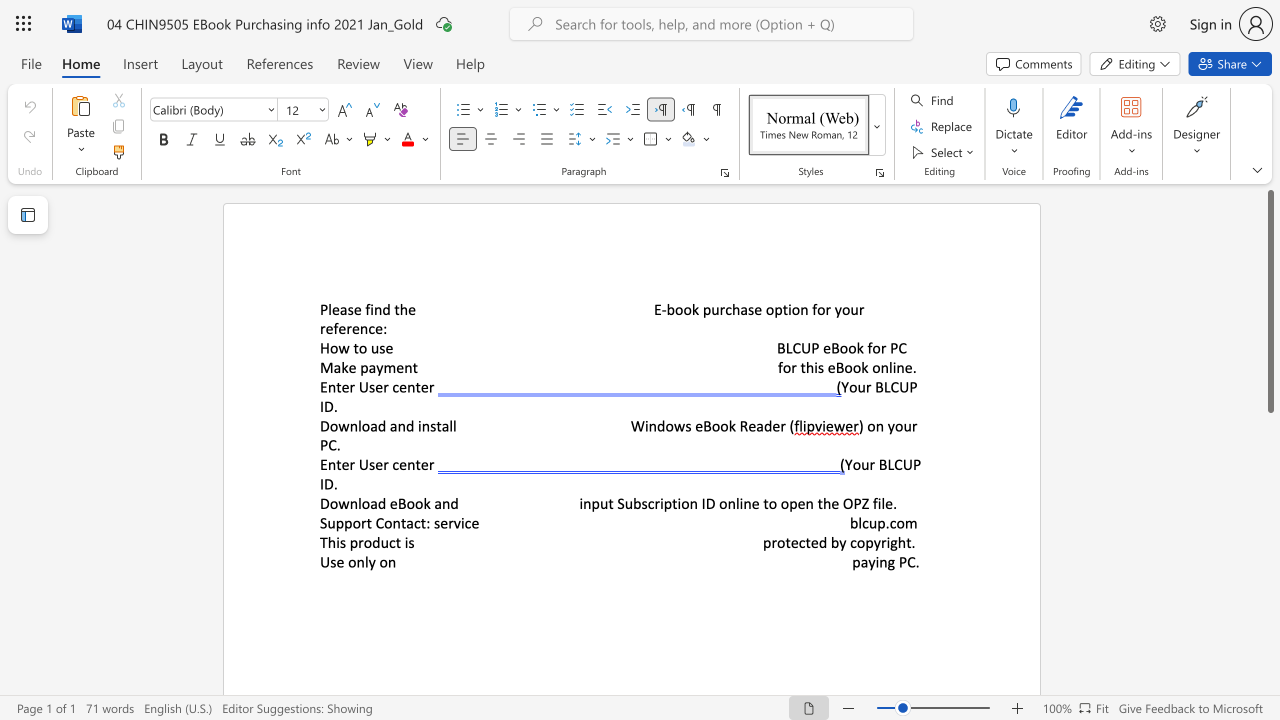  What do you see at coordinates (882, 387) in the screenshot?
I see `the subset text "LC" within the text "Your BLCUP ID."` at bounding box center [882, 387].